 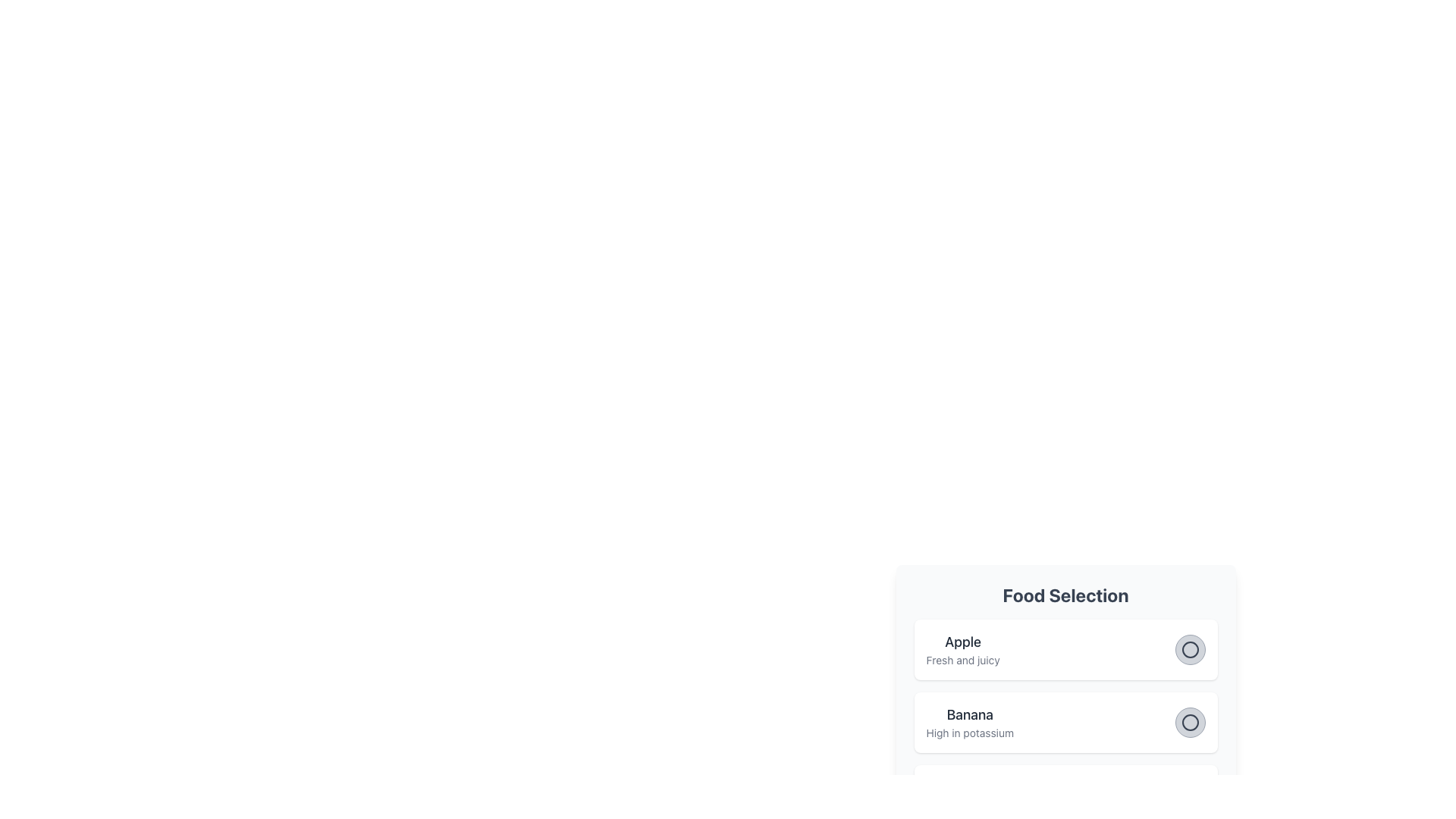 What do you see at coordinates (1189, 721) in the screenshot?
I see `the decorative central point of the radio button indicating selection for 'Banana' in the food selection list` at bounding box center [1189, 721].